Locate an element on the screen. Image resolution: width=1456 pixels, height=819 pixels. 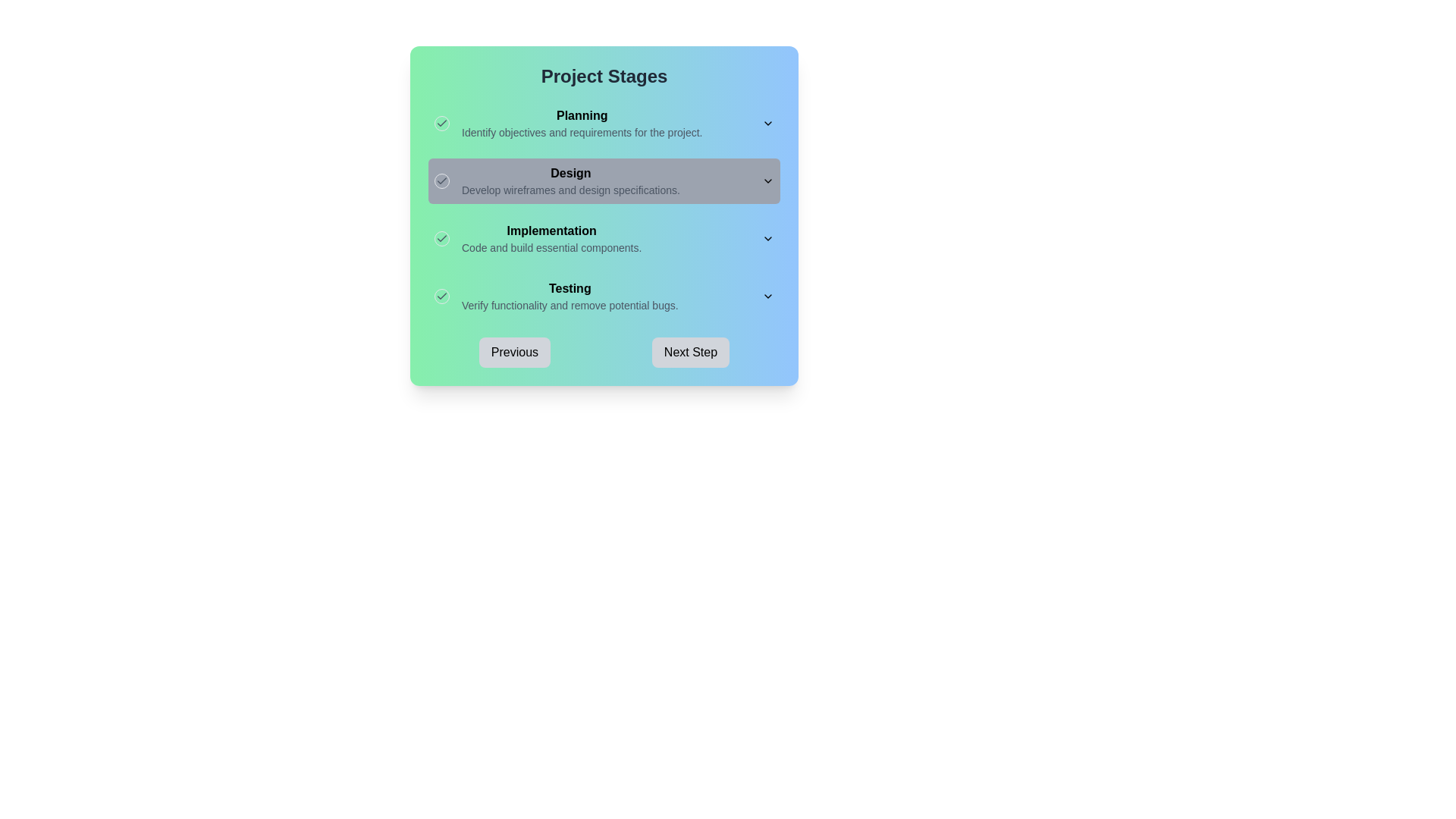
the tick mark icon within the SVG graphic that indicates completion for the 'Design' step is located at coordinates (441, 180).